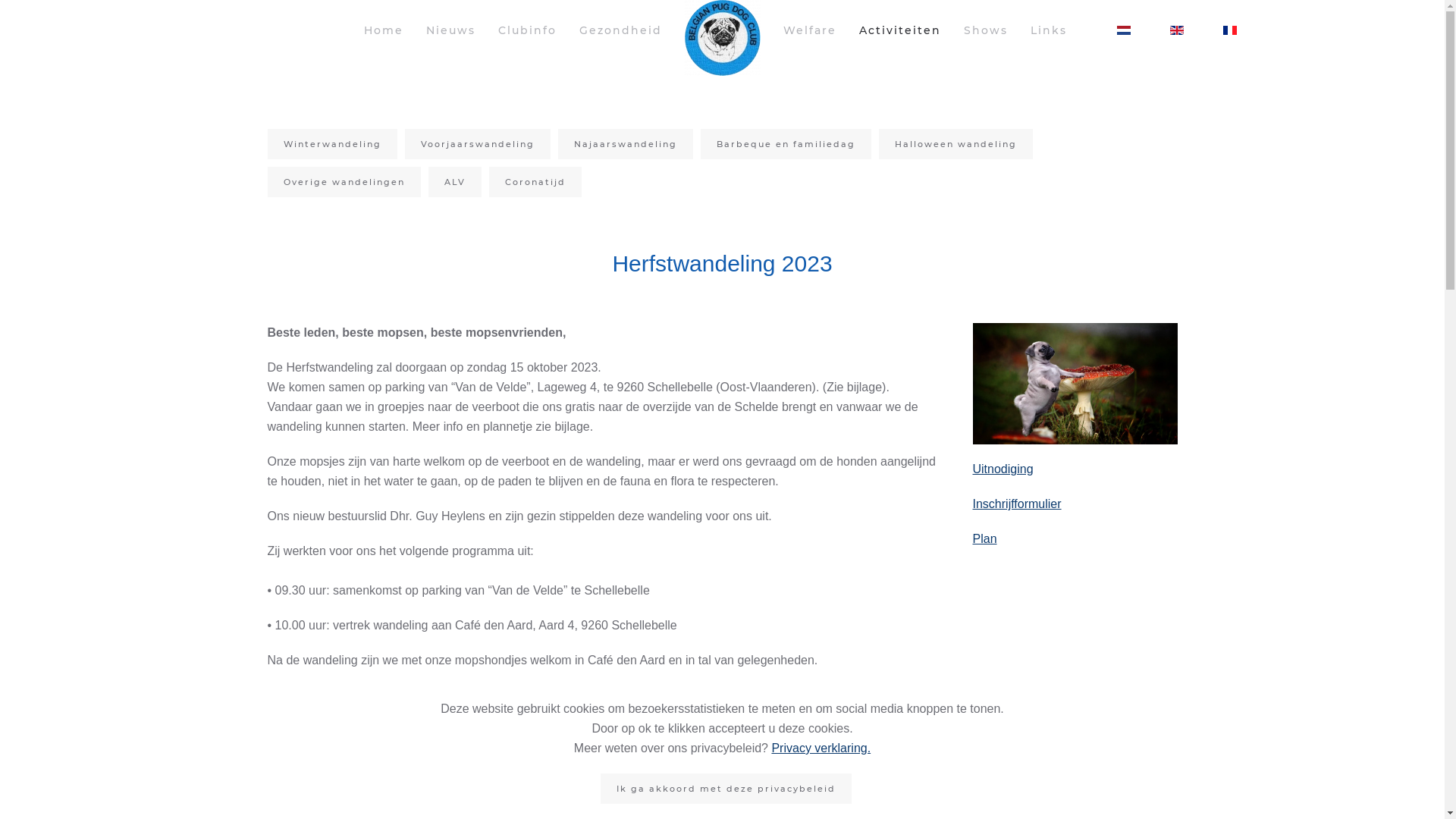  What do you see at coordinates (535, 180) in the screenshot?
I see `'Coronatijd'` at bounding box center [535, 180].